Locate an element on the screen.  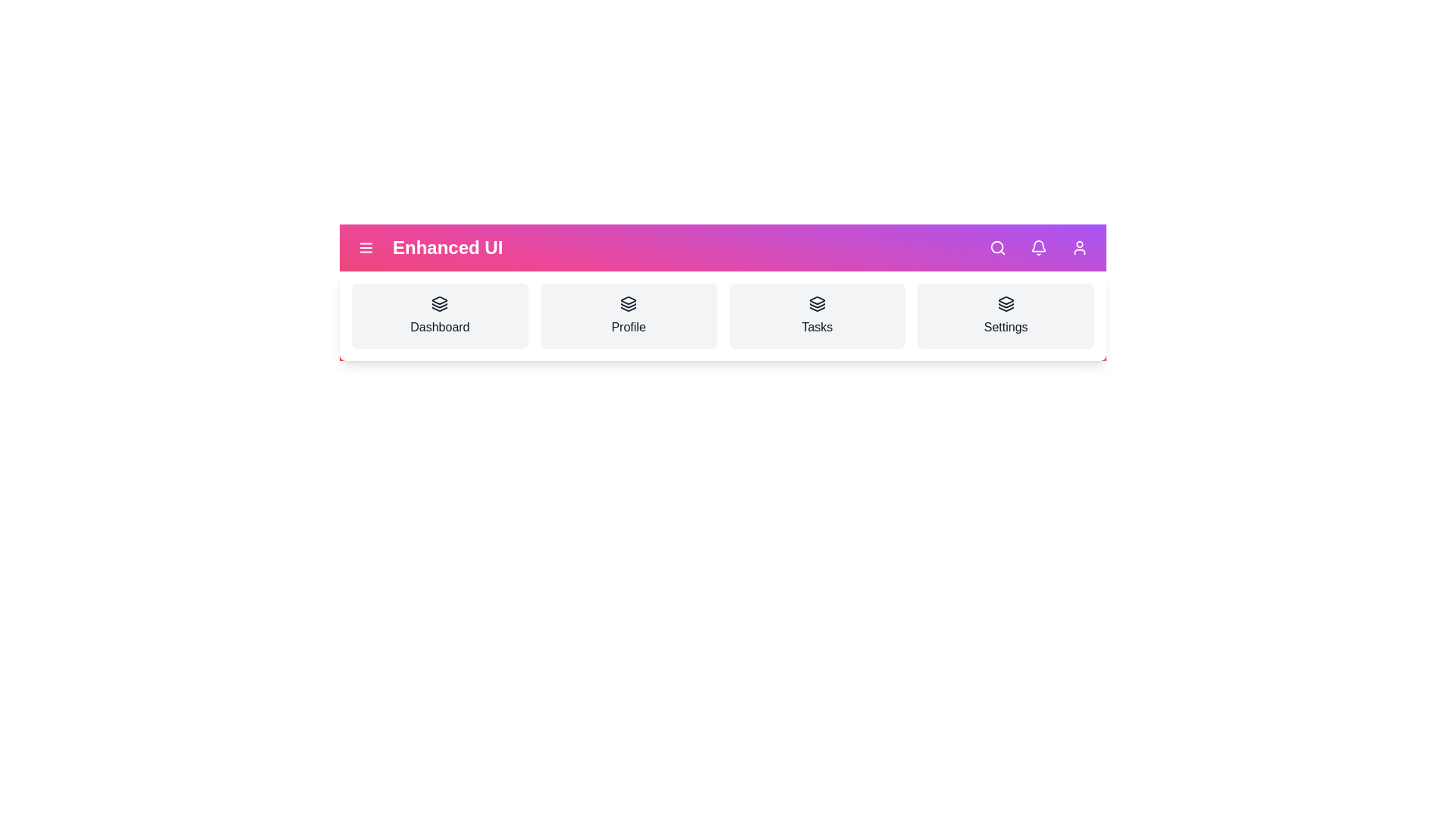
the interactive element menu_button is located at coordinates (366, 247).